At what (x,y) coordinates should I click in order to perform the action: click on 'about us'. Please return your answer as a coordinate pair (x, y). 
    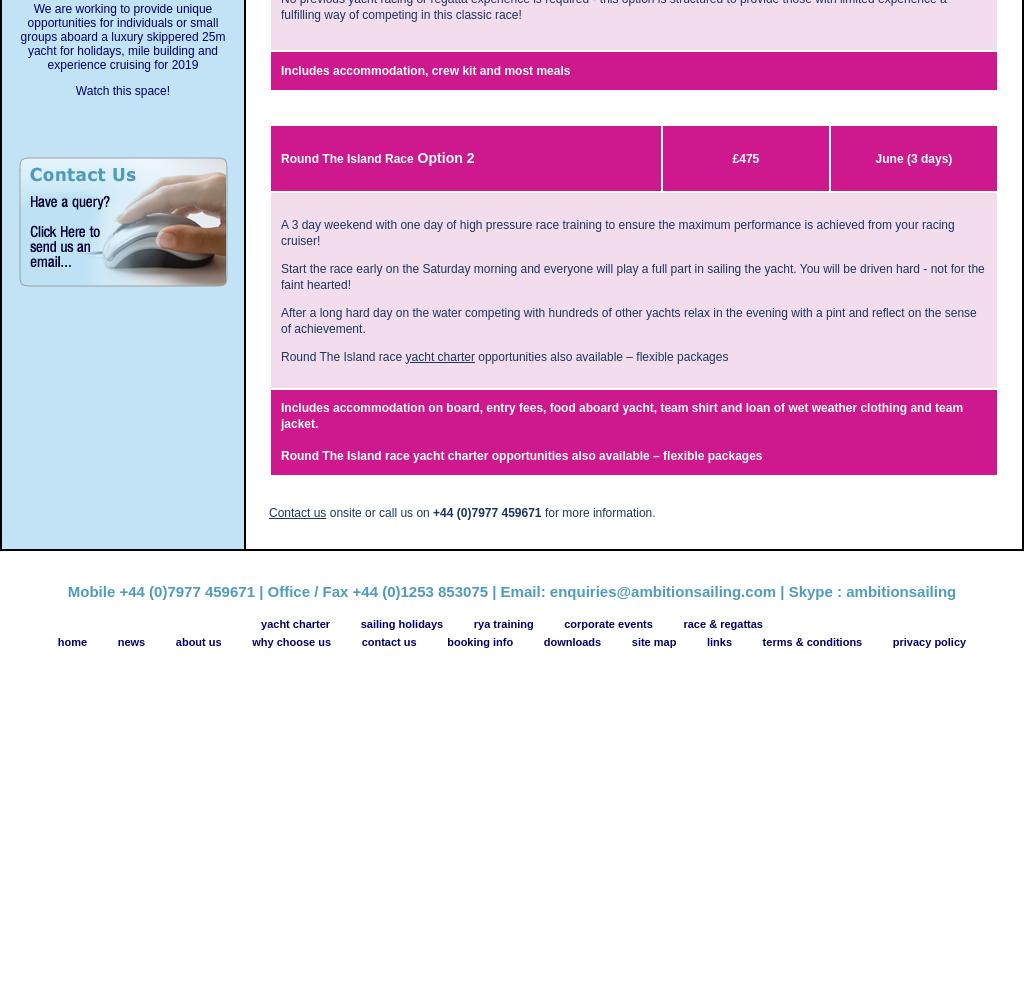
    Looking at the image, I should click on (198, 641).